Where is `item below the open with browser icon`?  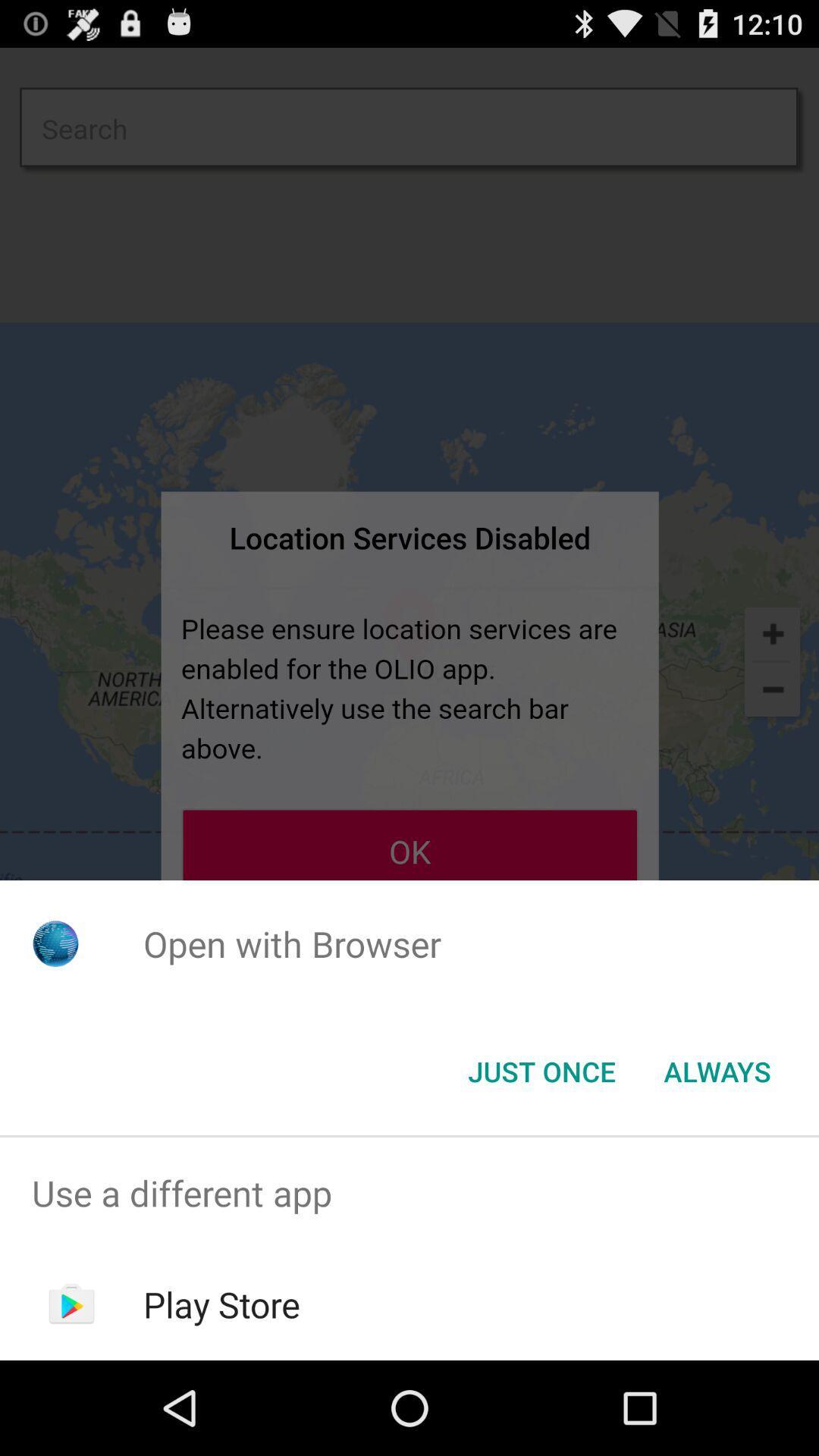 item below the open with browser icon is located at coordinates (717, 1070).